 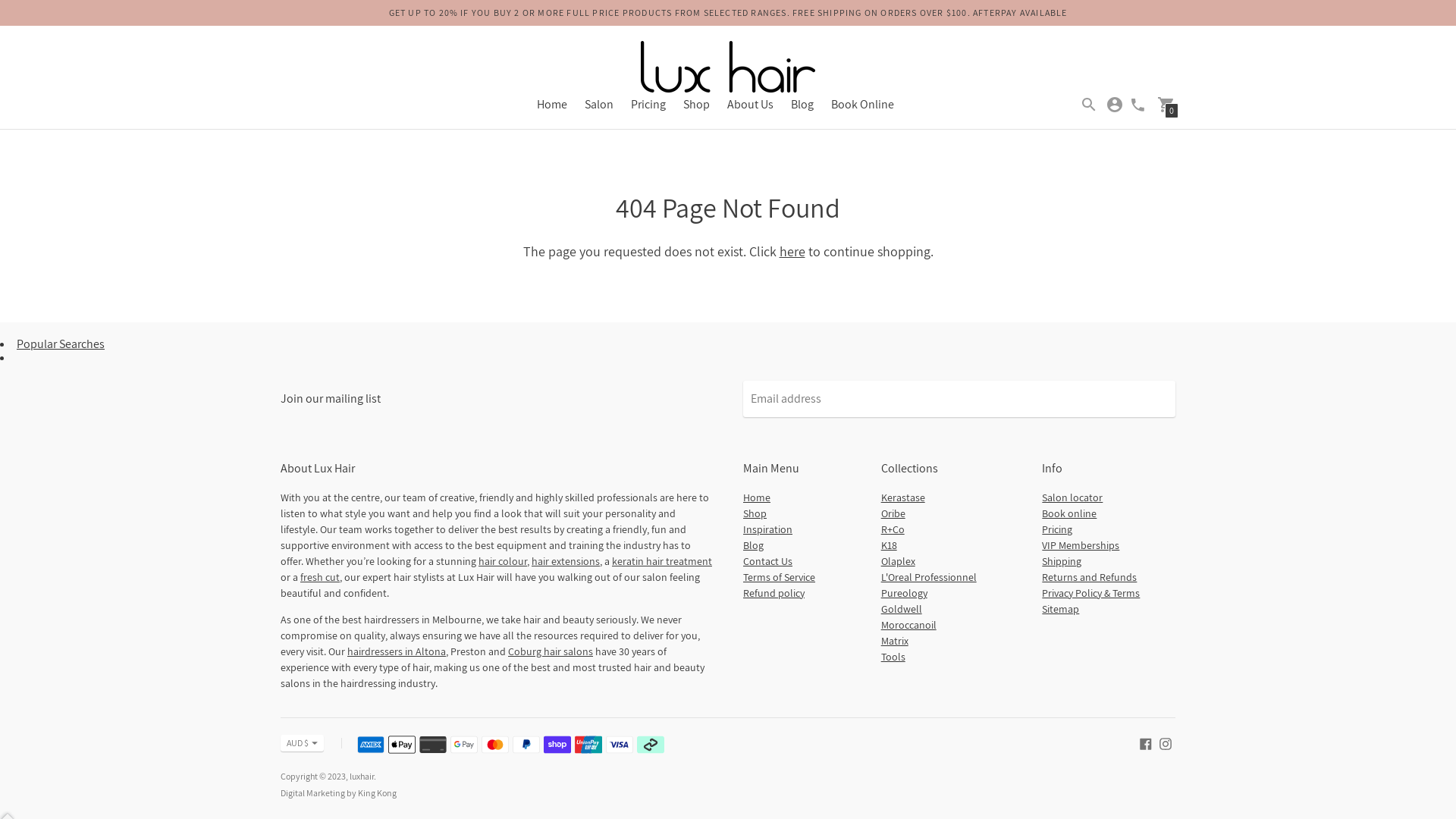 What do you see at coordinates (927, 576) in the screenshot?
I see `'L'Oreal Professionnel'` at bounding box center [927, 576].